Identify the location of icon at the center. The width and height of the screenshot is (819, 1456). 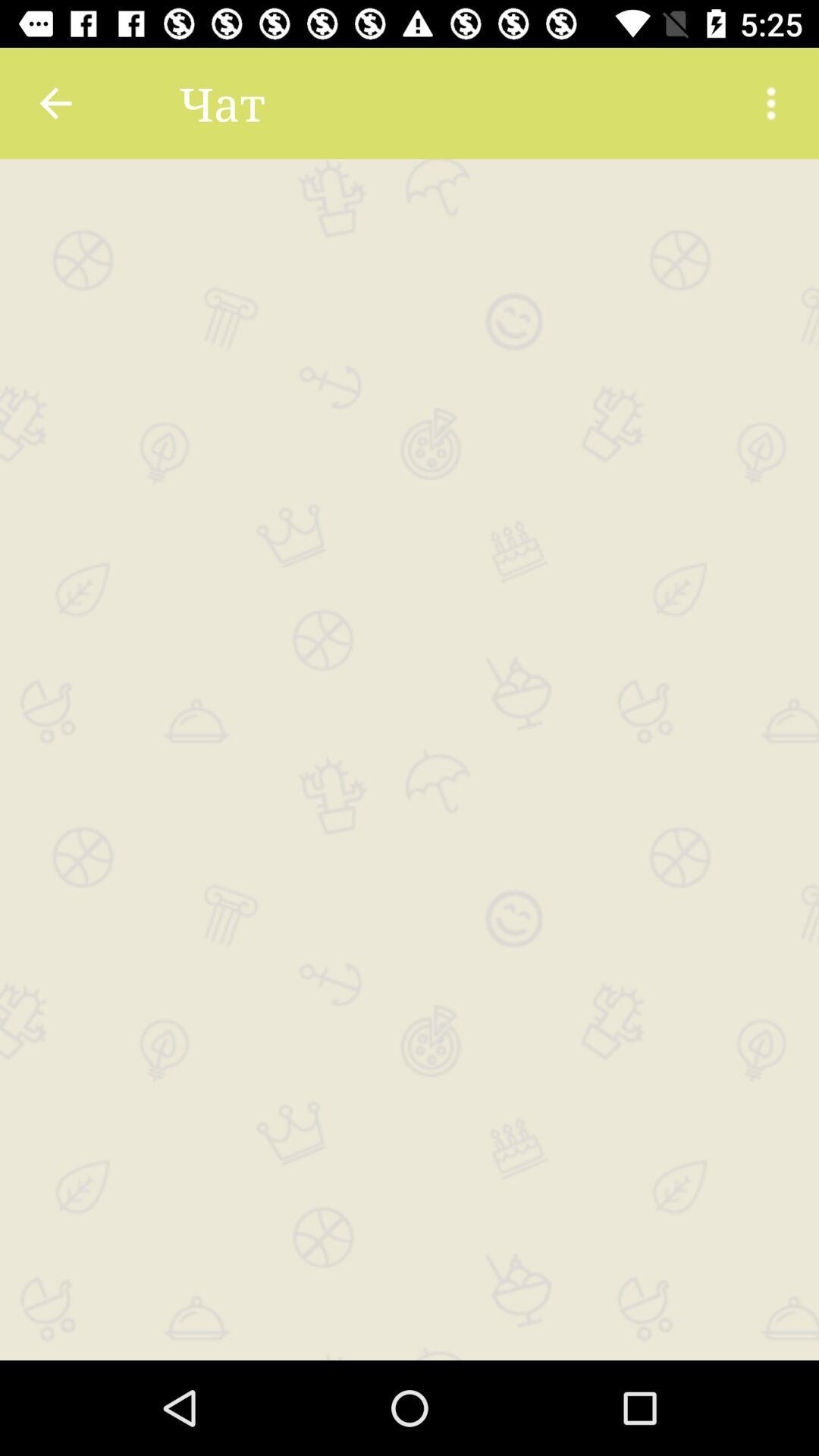
(409, 760).